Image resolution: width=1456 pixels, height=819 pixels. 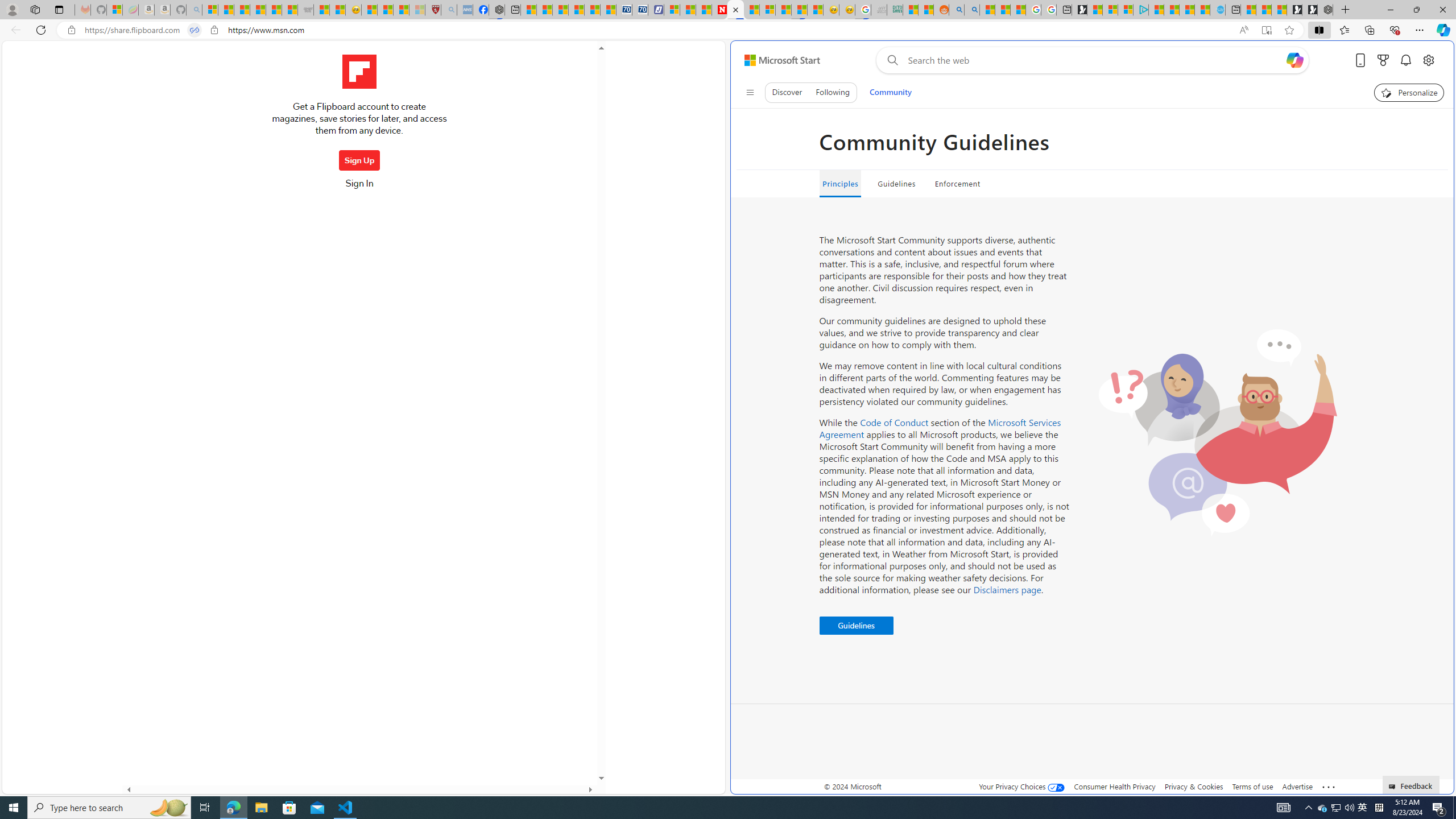 What do you see at coordinates (1022, 786) in the screenshot?
I see `'Your Privacy Choices'` at bounding box center [1022, 786].